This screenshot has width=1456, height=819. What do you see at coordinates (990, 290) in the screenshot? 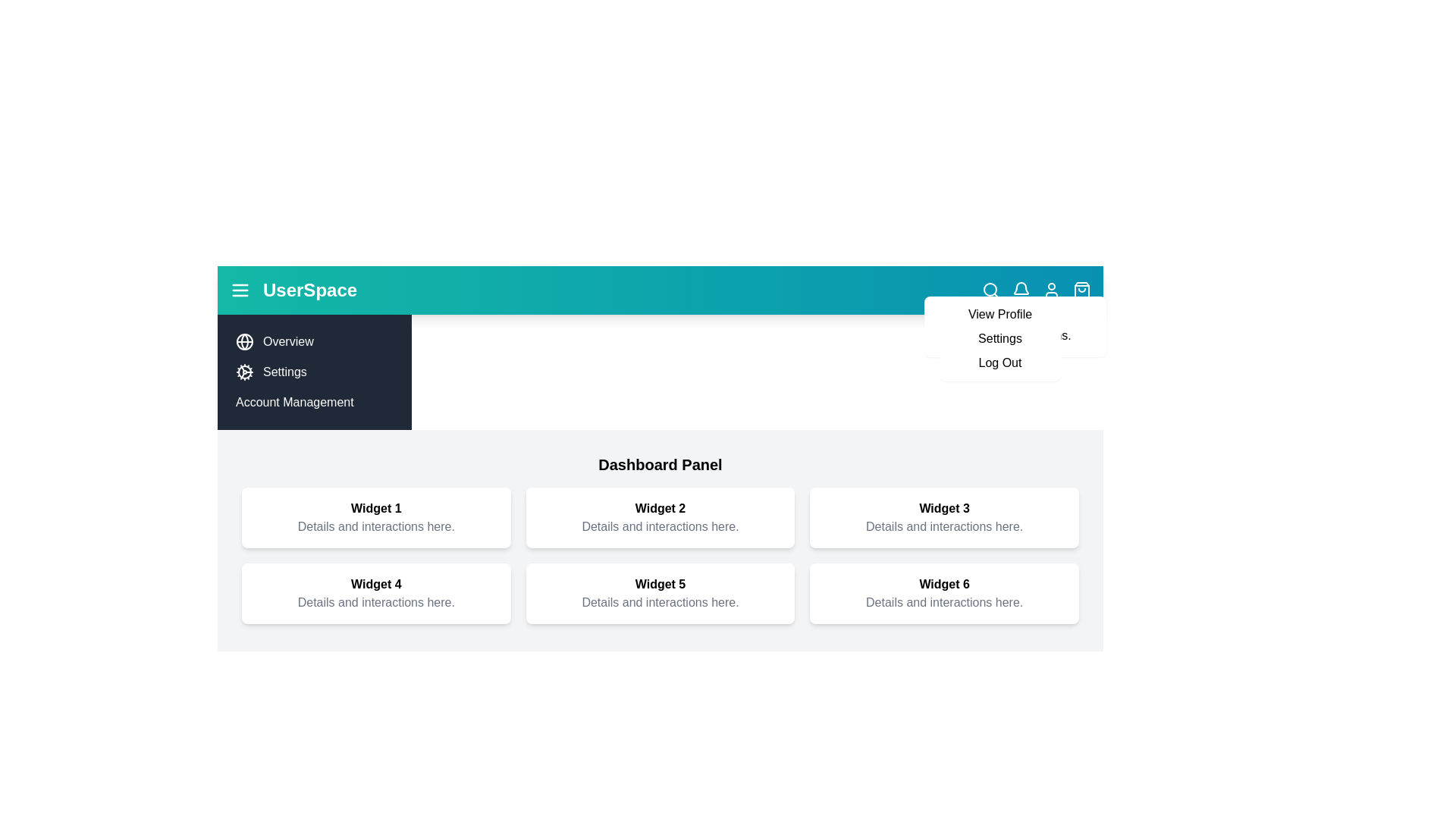
I see `the visual search icon located at the top-right corner of the teal header bar` at bounding box center [990, 290].